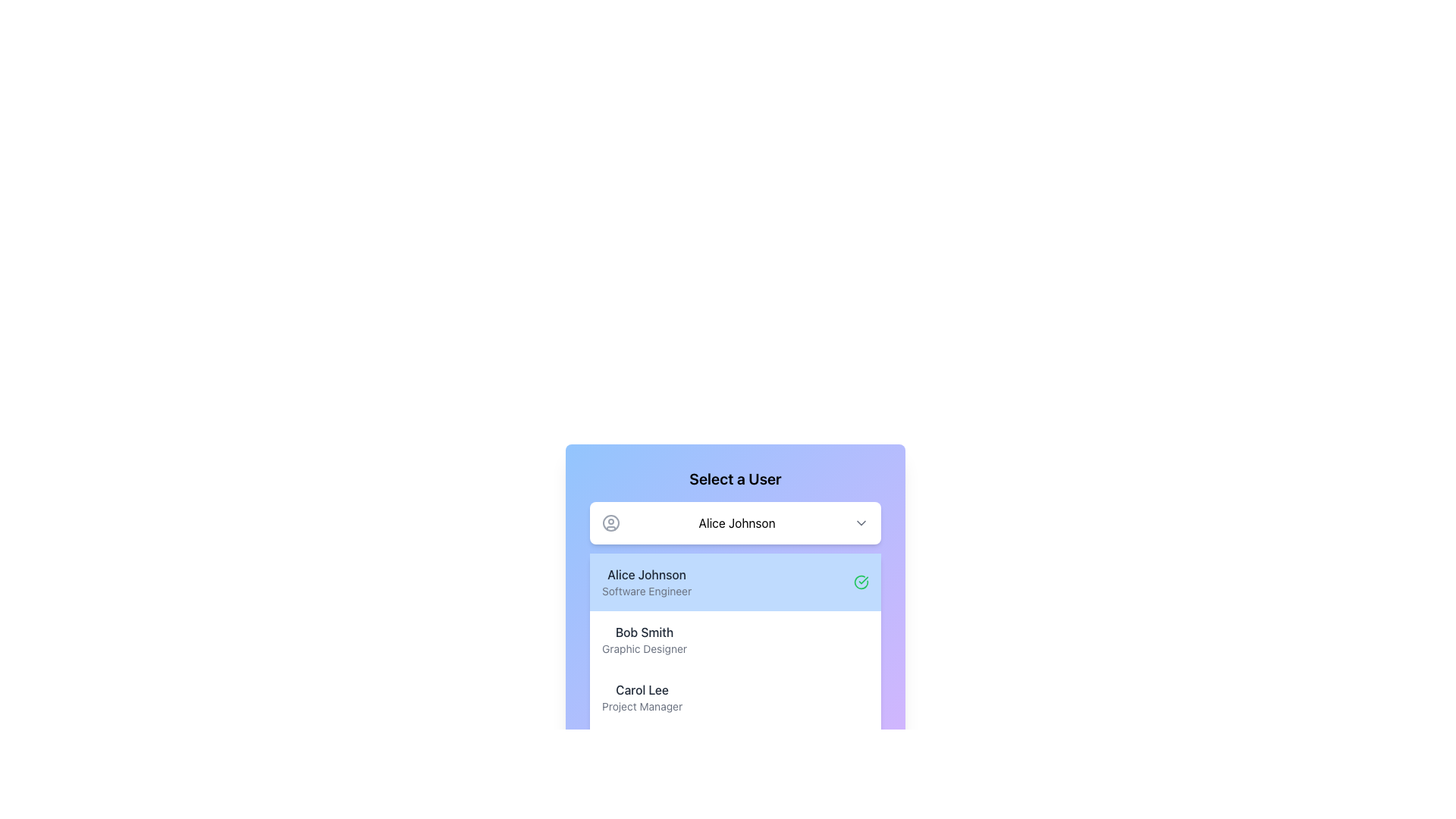 The height and width of the screenshot is (819, 1456). What do you see at coordinates (647, 575) in the screenshot?
I see `the text display element showing 'Alice Johnson', which is styled with medium font weight and gray color, located in the user selection panel under 'Select a User'` at bounding box center [647, 575].